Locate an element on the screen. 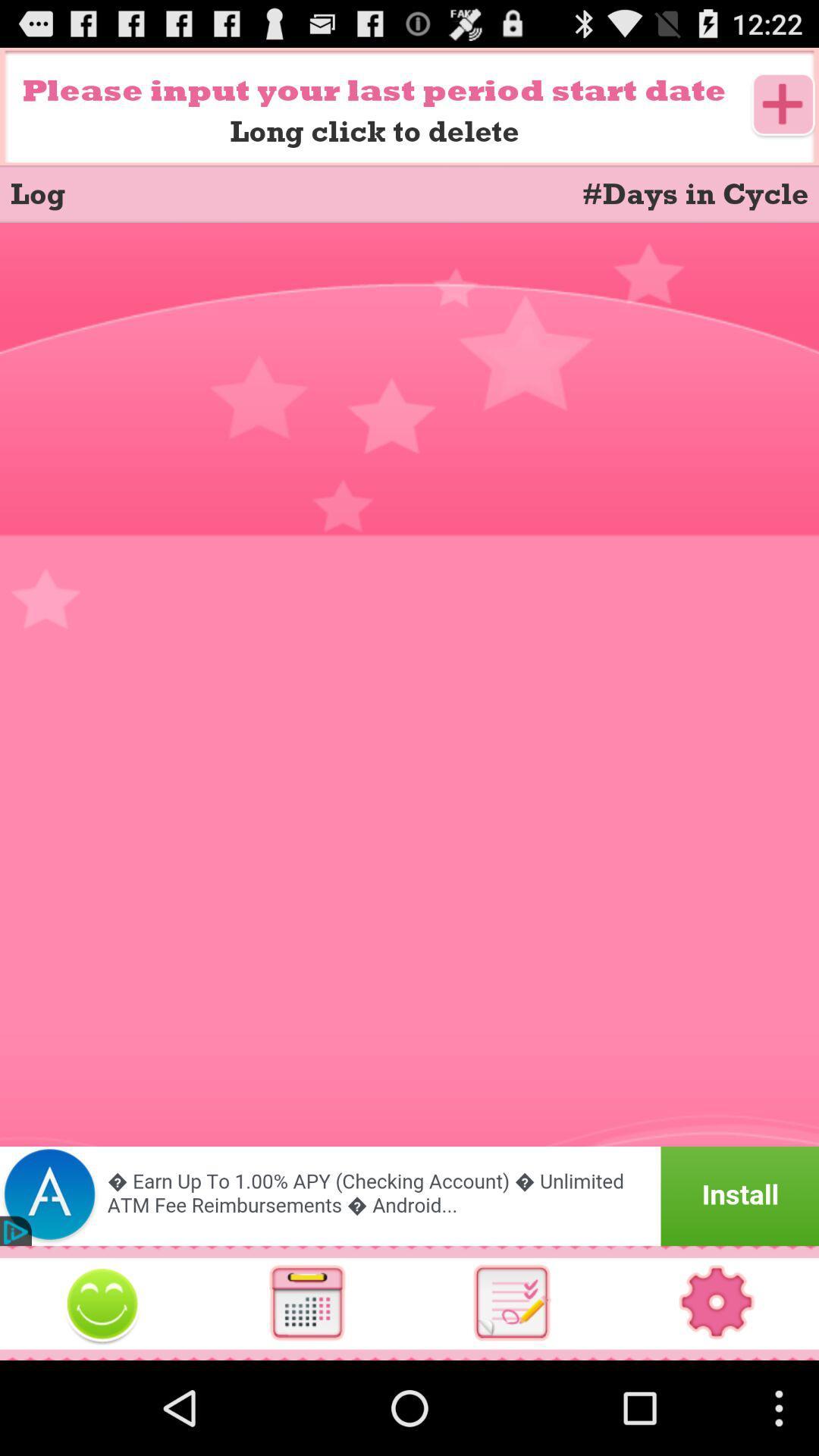  open emoticons display is located at coordinates (102, 1302).